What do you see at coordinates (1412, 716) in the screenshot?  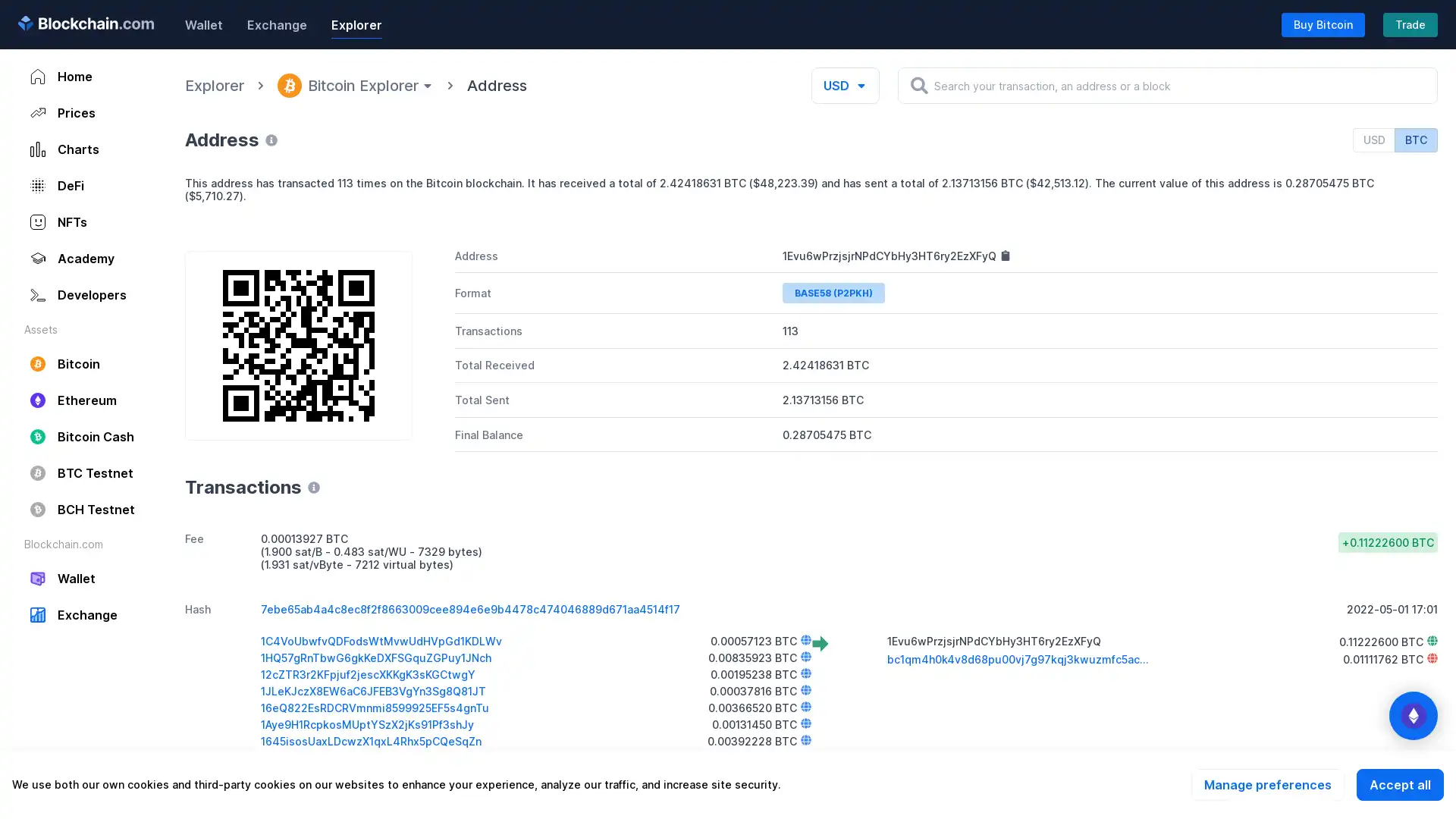 I see `alternating coins` at bounding box center [1412, 716].